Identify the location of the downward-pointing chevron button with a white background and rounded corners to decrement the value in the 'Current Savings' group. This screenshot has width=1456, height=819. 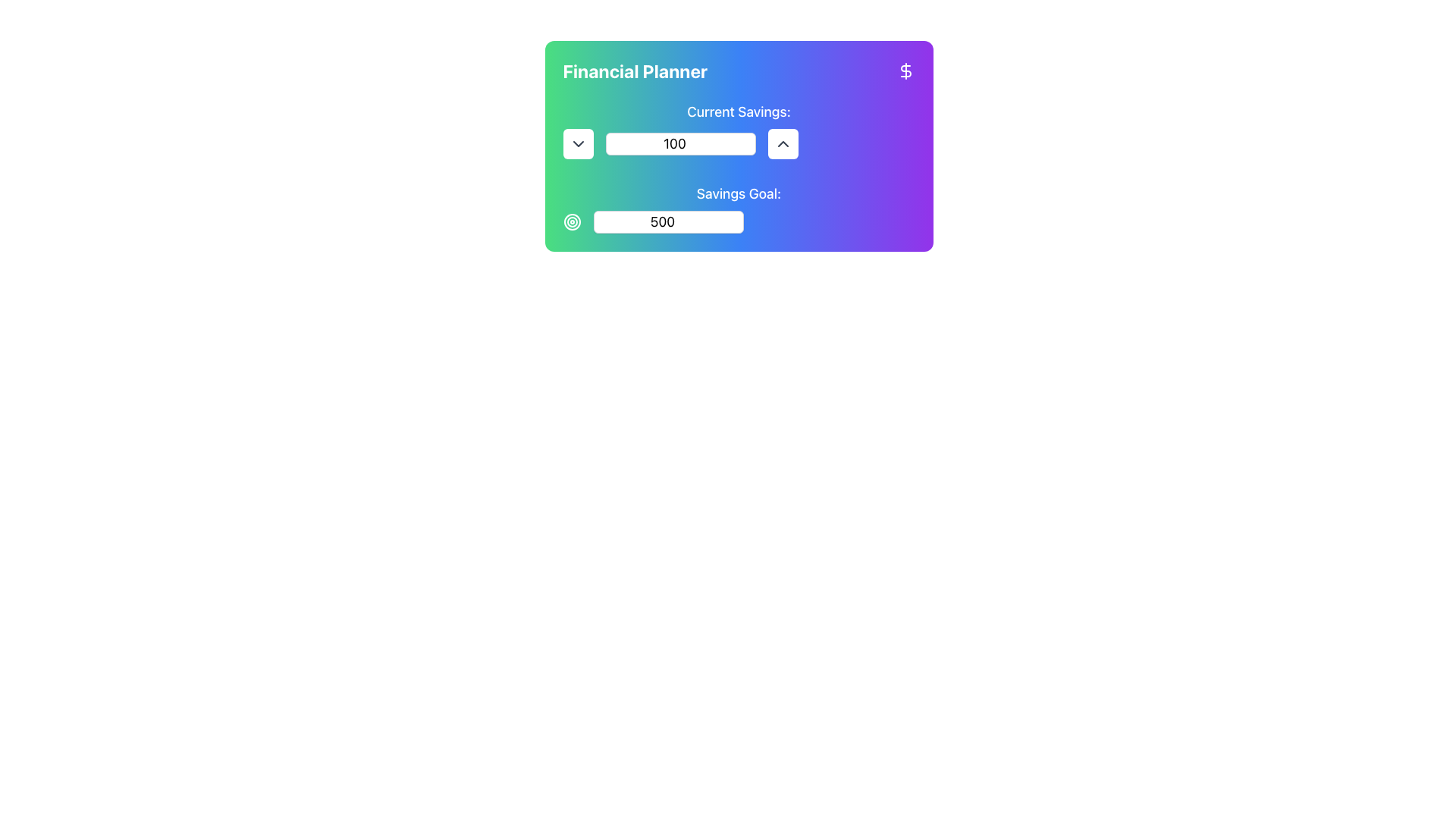
(577, 143).